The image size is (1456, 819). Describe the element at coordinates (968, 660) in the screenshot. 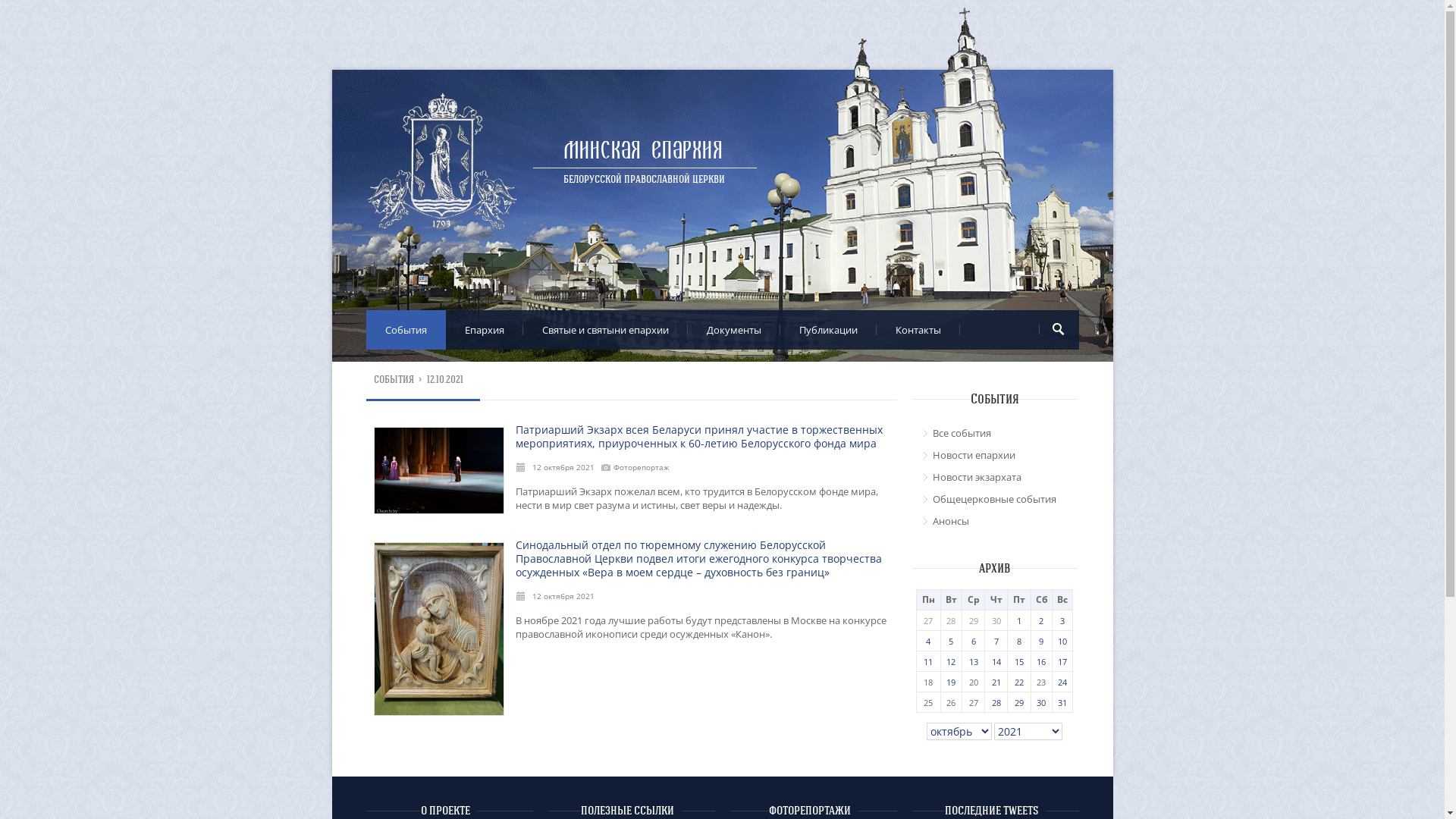

I see `'13'` at that location.